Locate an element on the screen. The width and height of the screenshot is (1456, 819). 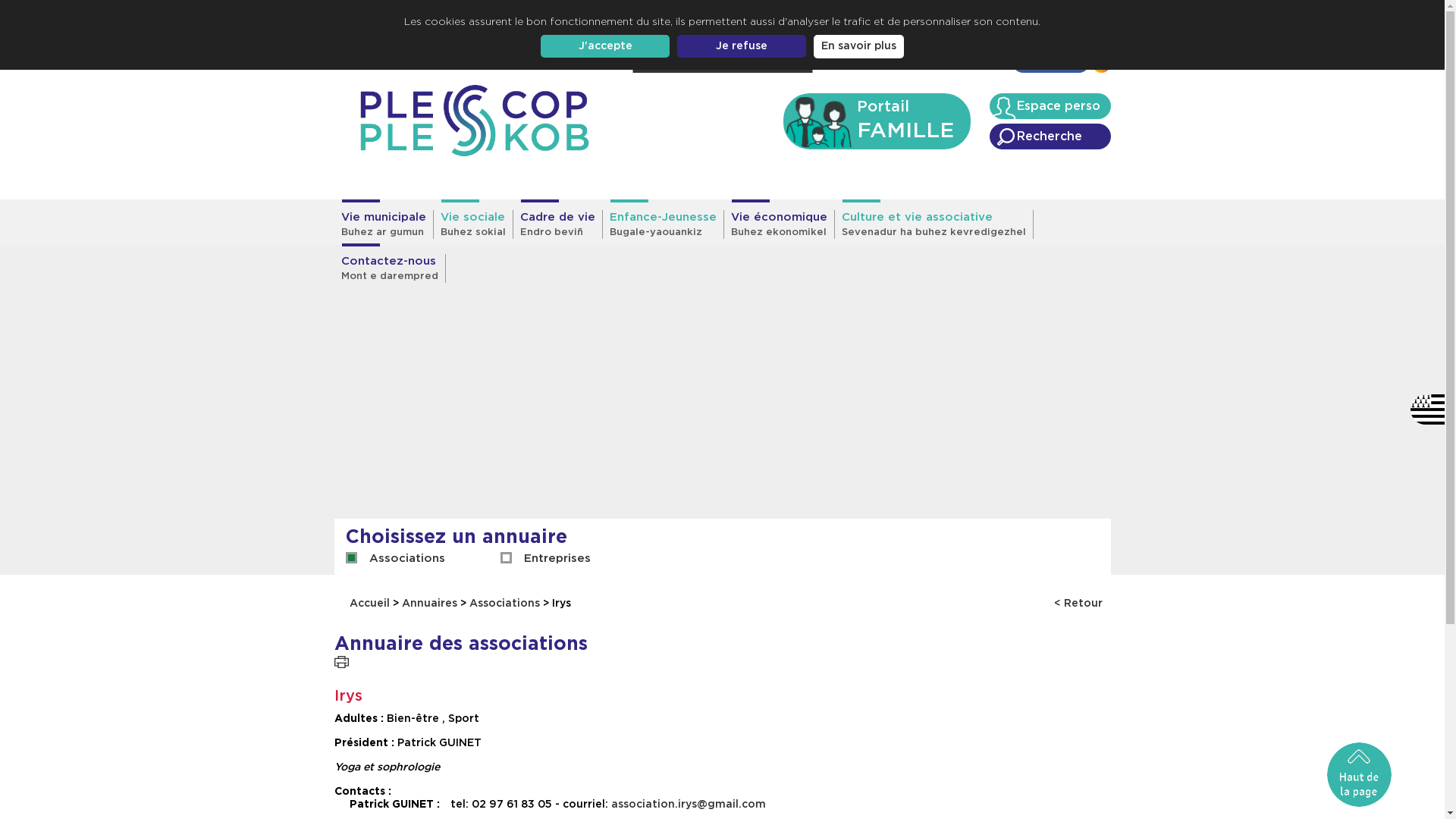
'Je refuse' is located at coordinates (742, 45).